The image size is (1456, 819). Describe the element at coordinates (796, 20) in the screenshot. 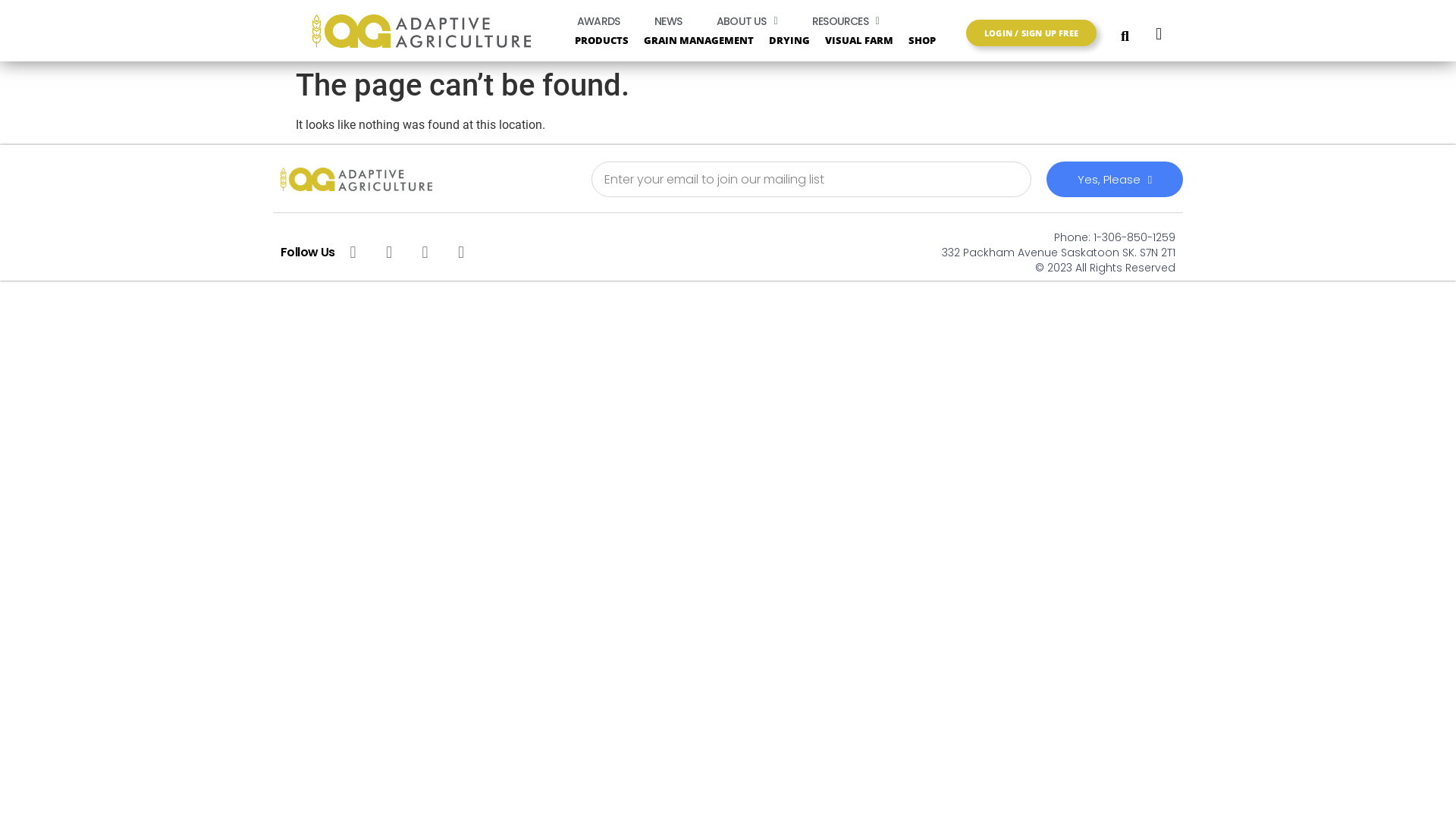

I see `'RESOURCES'` at that location.